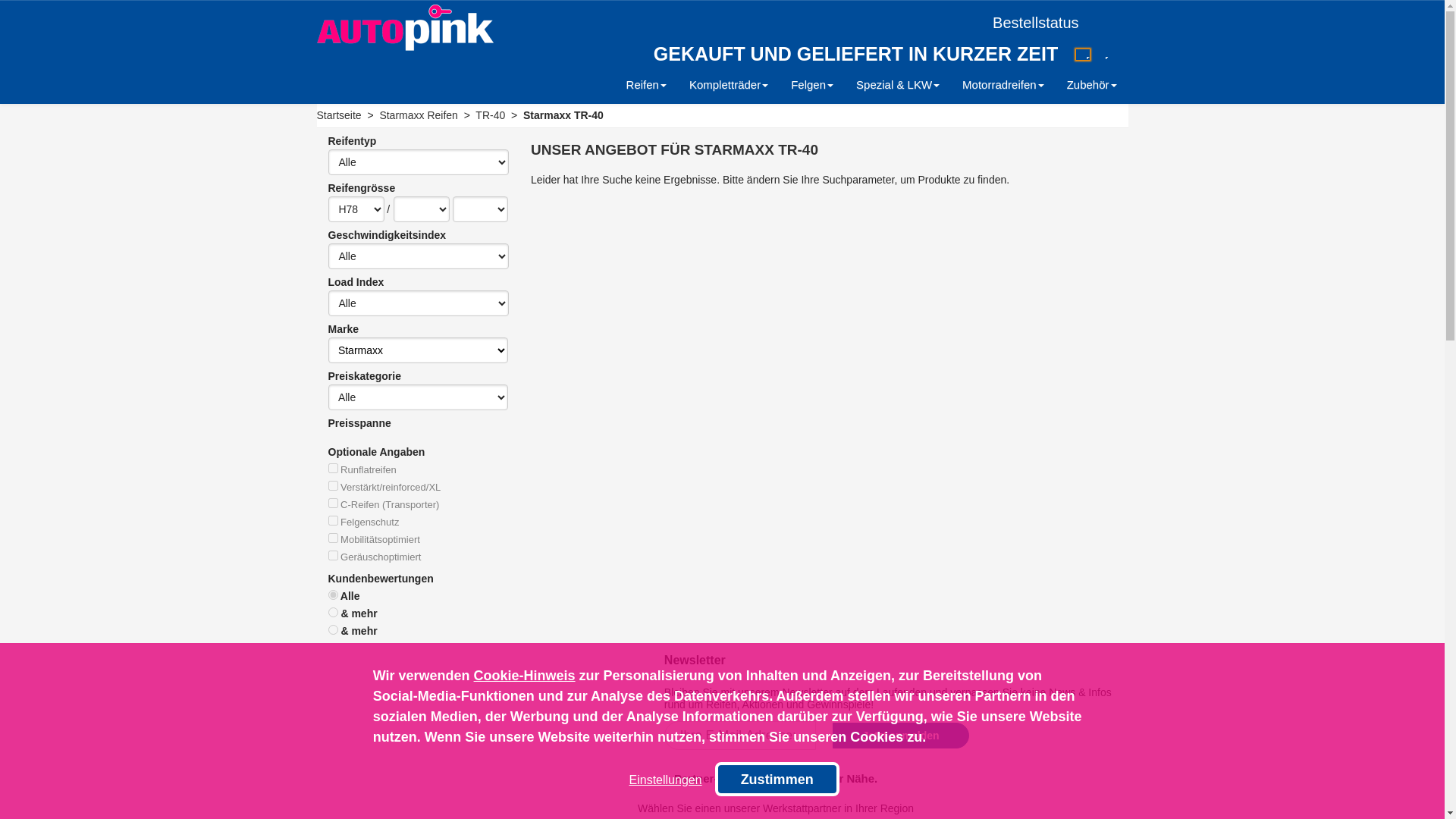  What do you see at coordinates (524, 675) in the screenshot?
I see `'Cookie-Hinweis'` at bounding box center [524, 675].